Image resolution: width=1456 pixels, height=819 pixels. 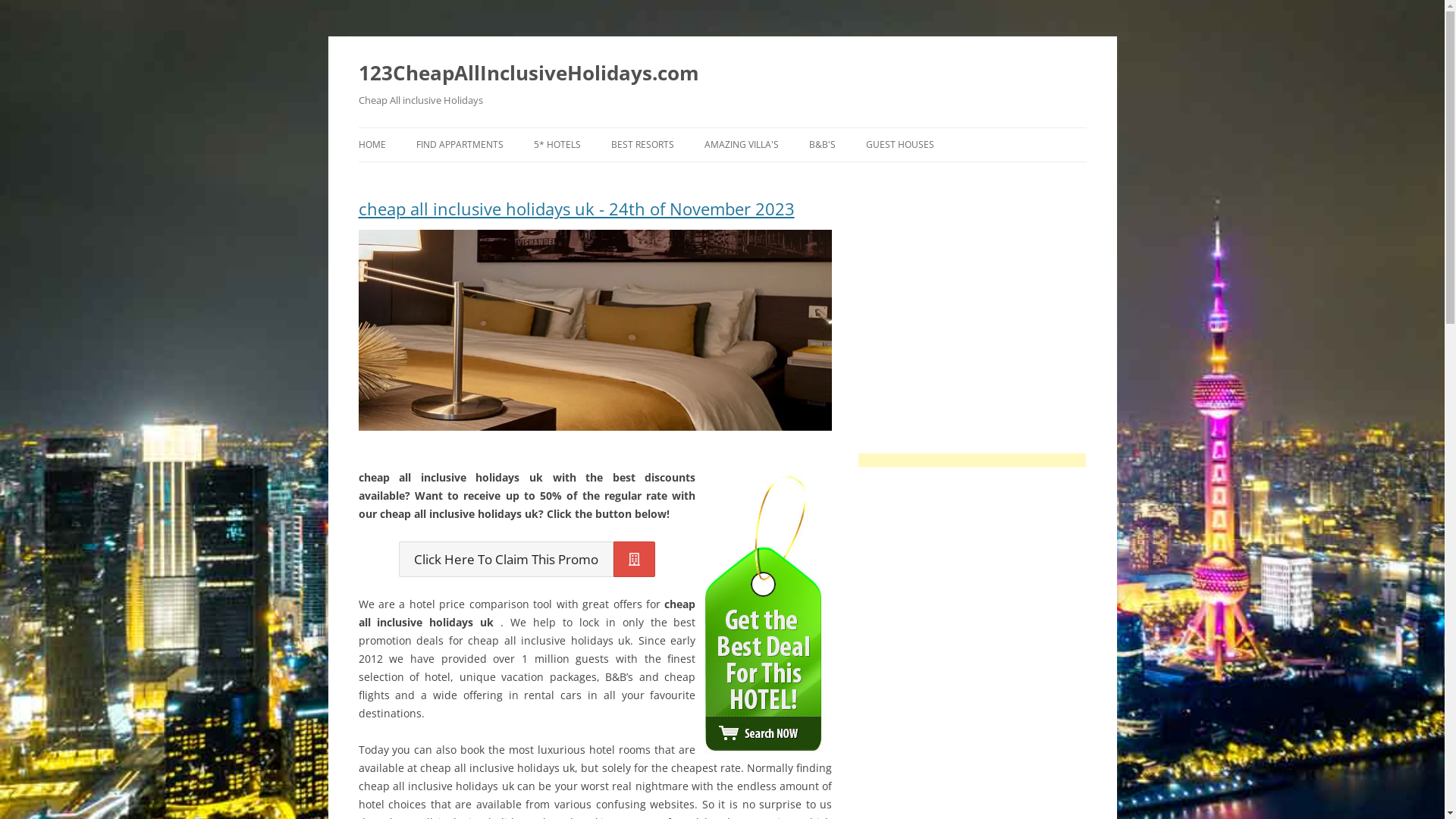 I want to click on 'GUEST HOUSES', so click(x=899, y=145).